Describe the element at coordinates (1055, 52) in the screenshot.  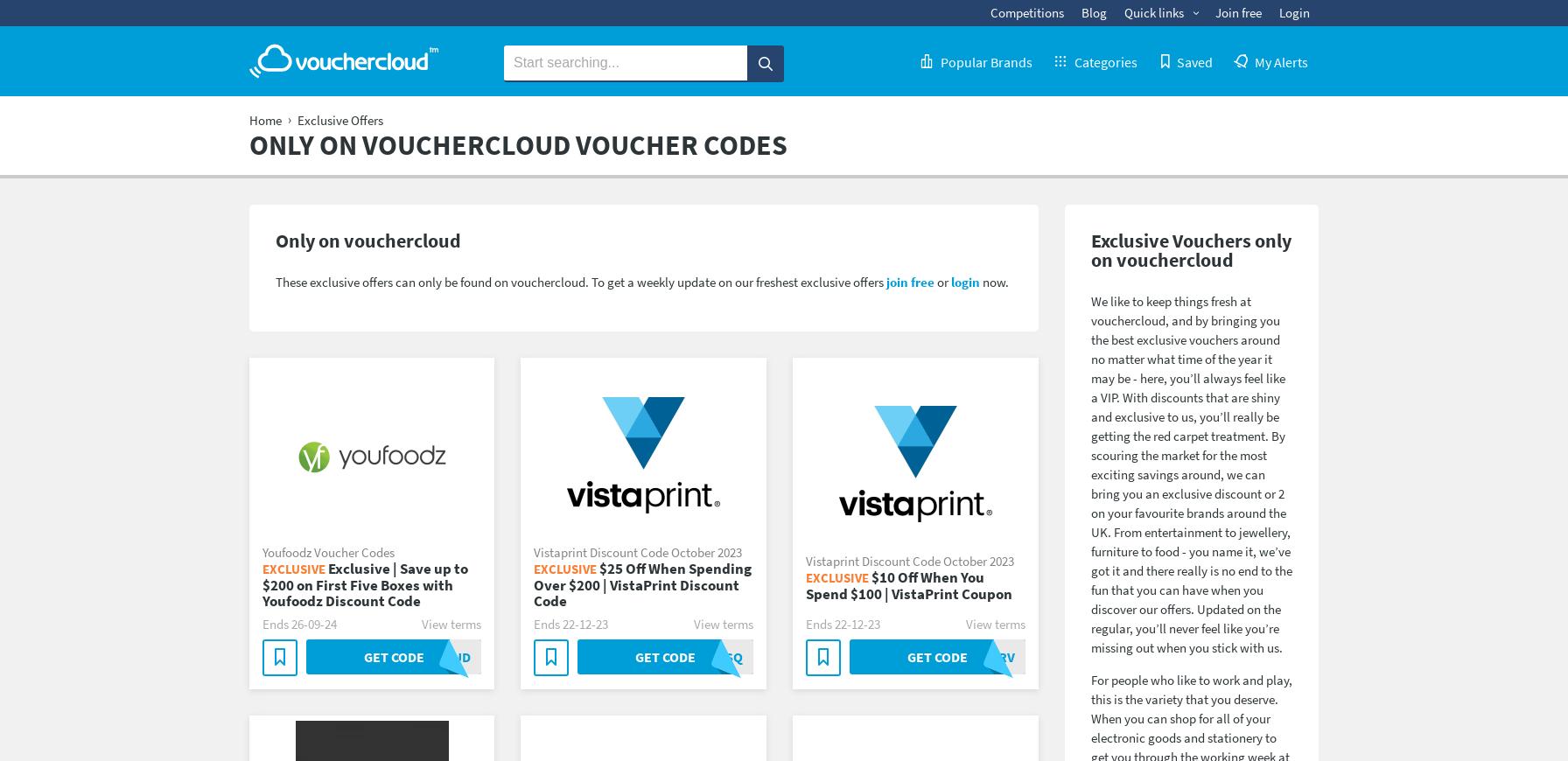
I see `'Top 25 Offers'` at that location.